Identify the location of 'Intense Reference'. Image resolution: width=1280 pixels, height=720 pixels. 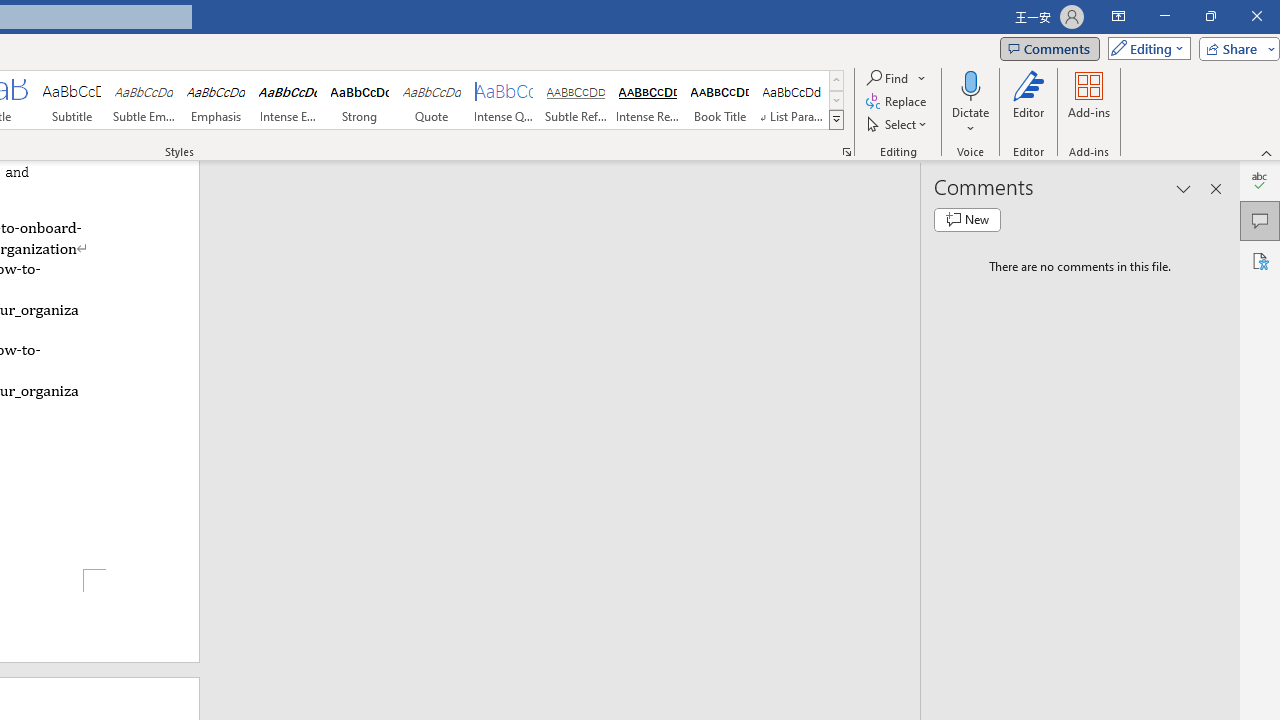
(647, 100).